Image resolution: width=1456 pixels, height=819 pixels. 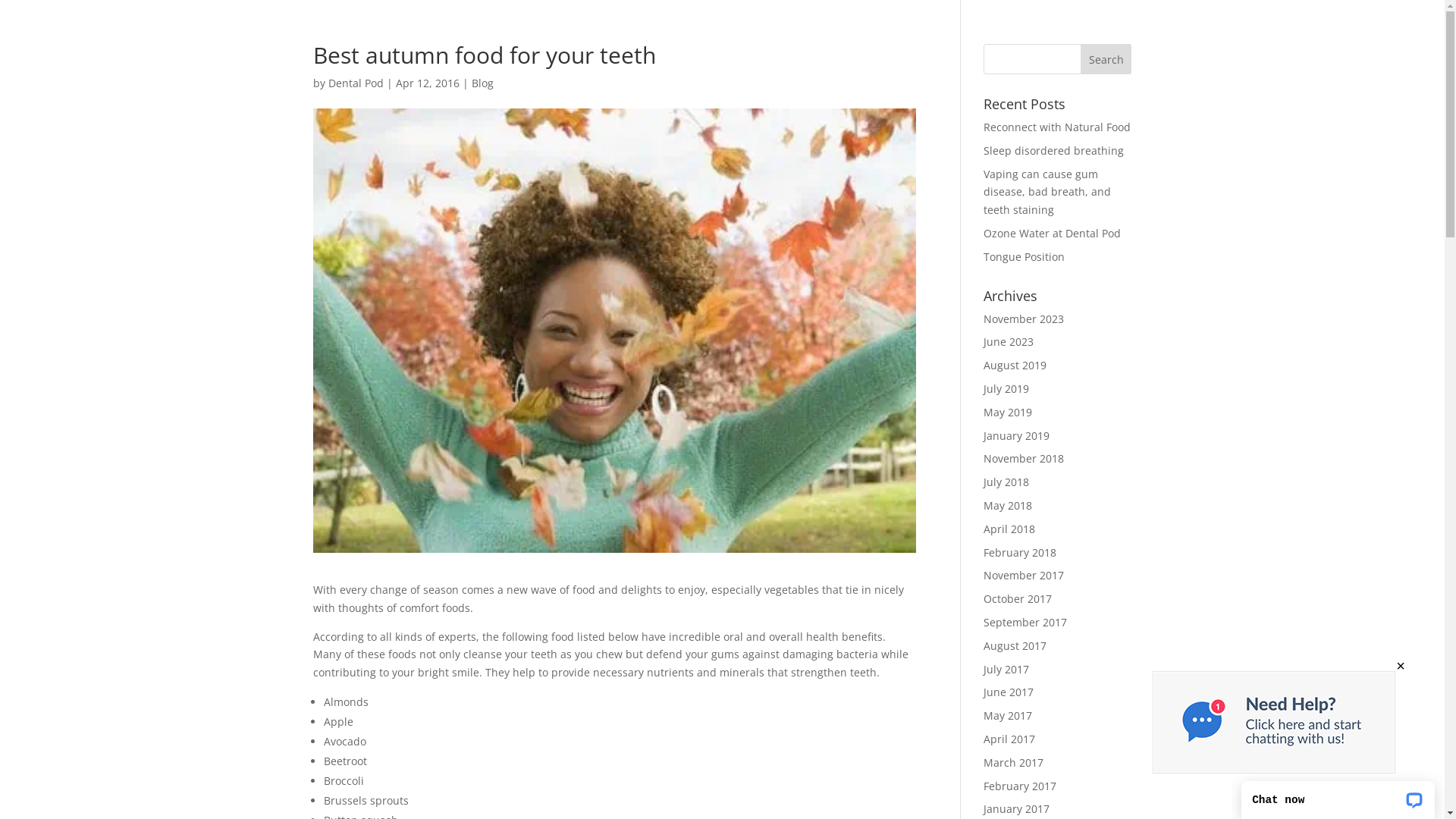 I want to click on 'July 2018', so click(x=1006, y=482).